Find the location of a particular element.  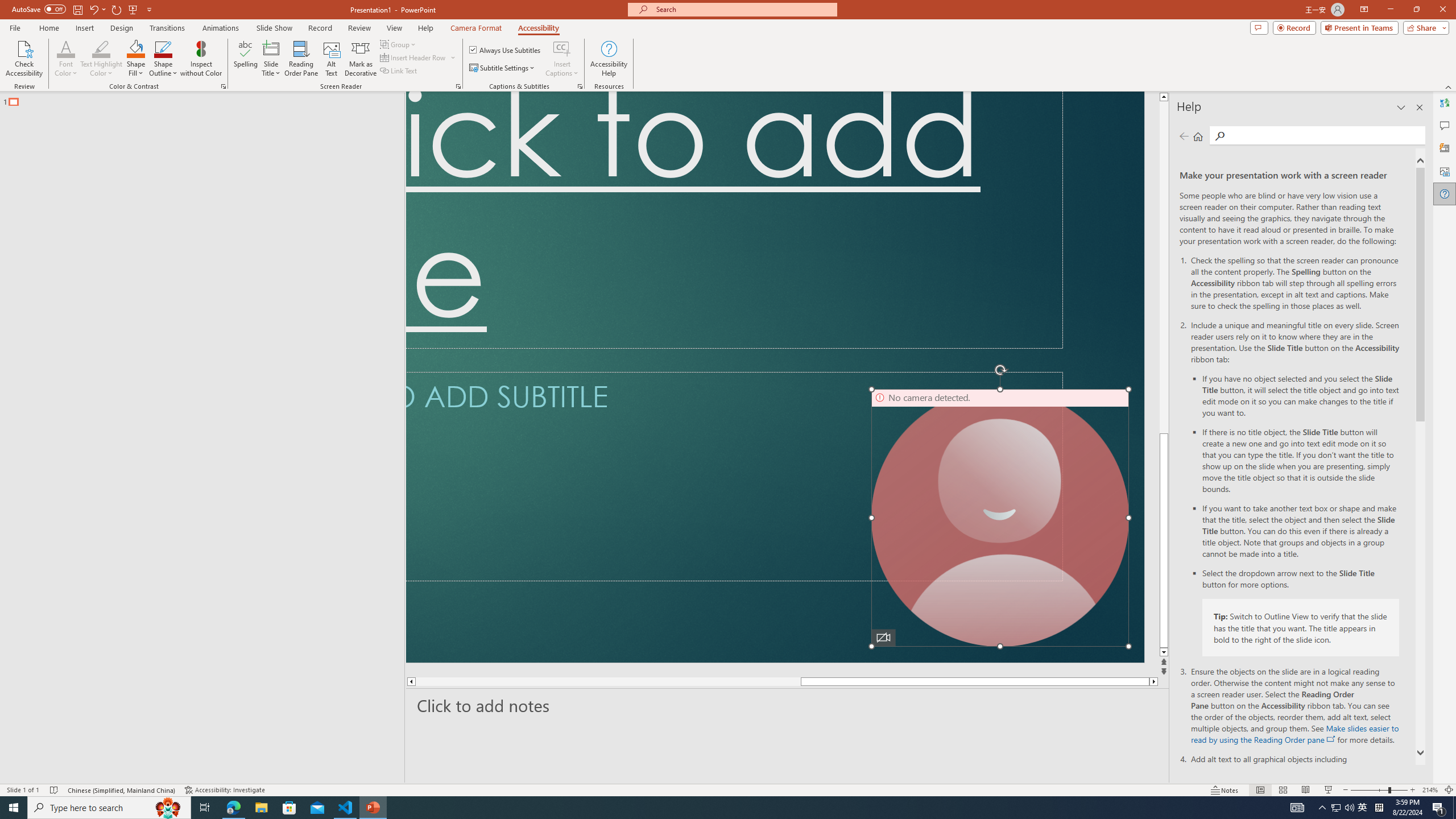

'Shape Outline Blue, Accent 1' is located at coordinates (164, 48).